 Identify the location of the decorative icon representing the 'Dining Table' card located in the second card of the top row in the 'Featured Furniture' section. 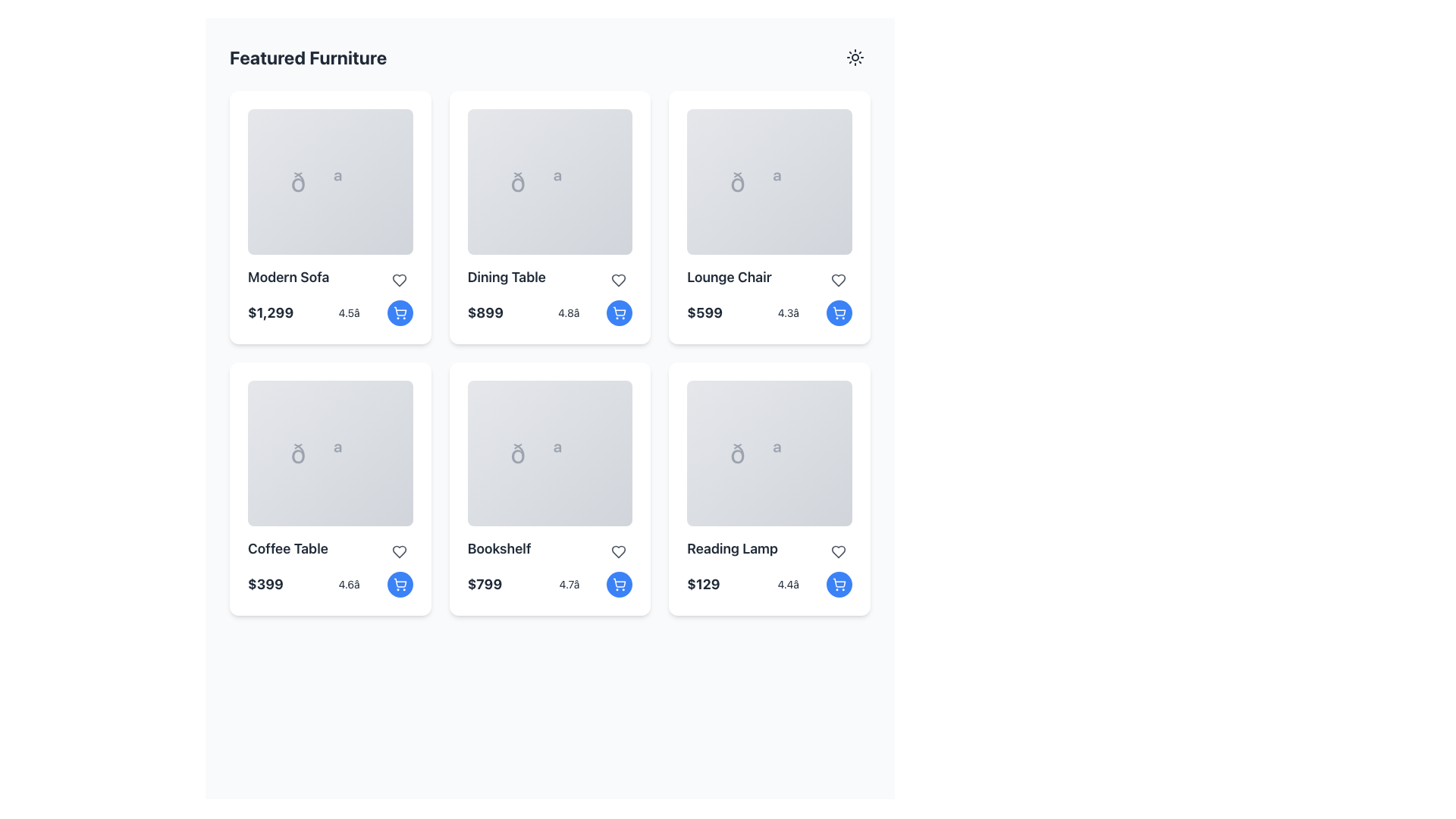
(549, 180).